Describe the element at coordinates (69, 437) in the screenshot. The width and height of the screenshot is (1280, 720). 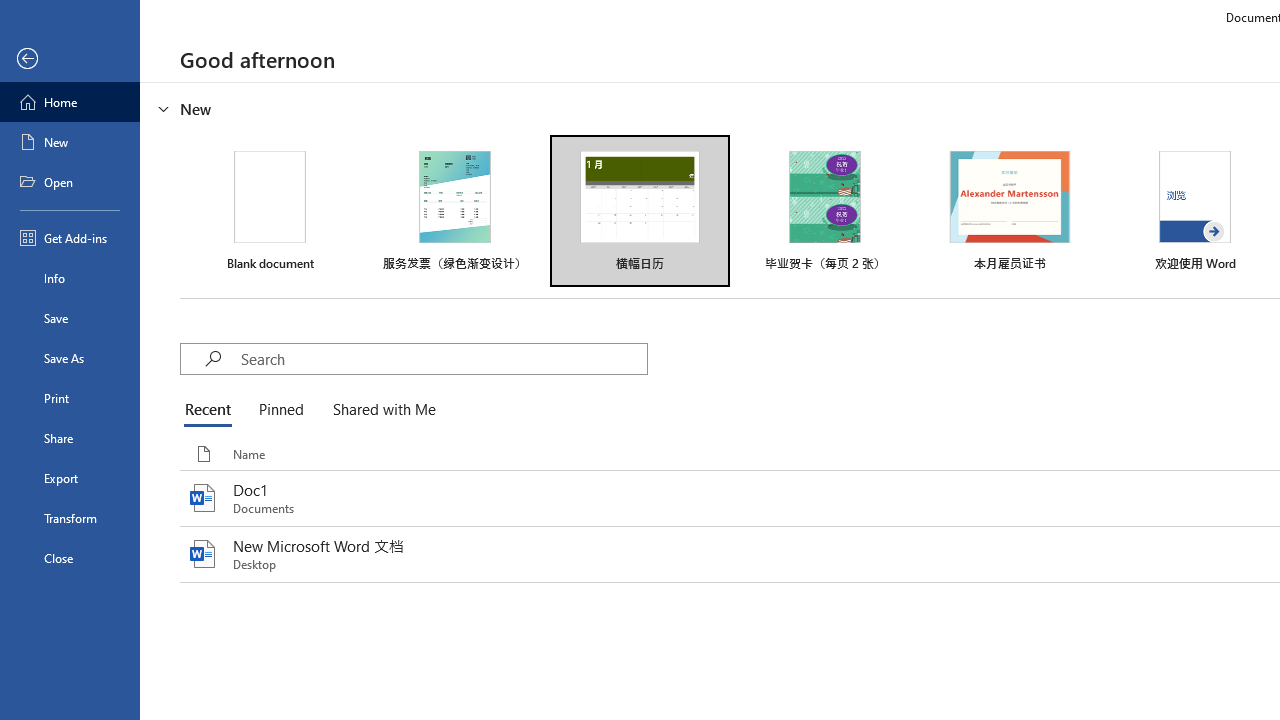
I see `'Share'` at that location.